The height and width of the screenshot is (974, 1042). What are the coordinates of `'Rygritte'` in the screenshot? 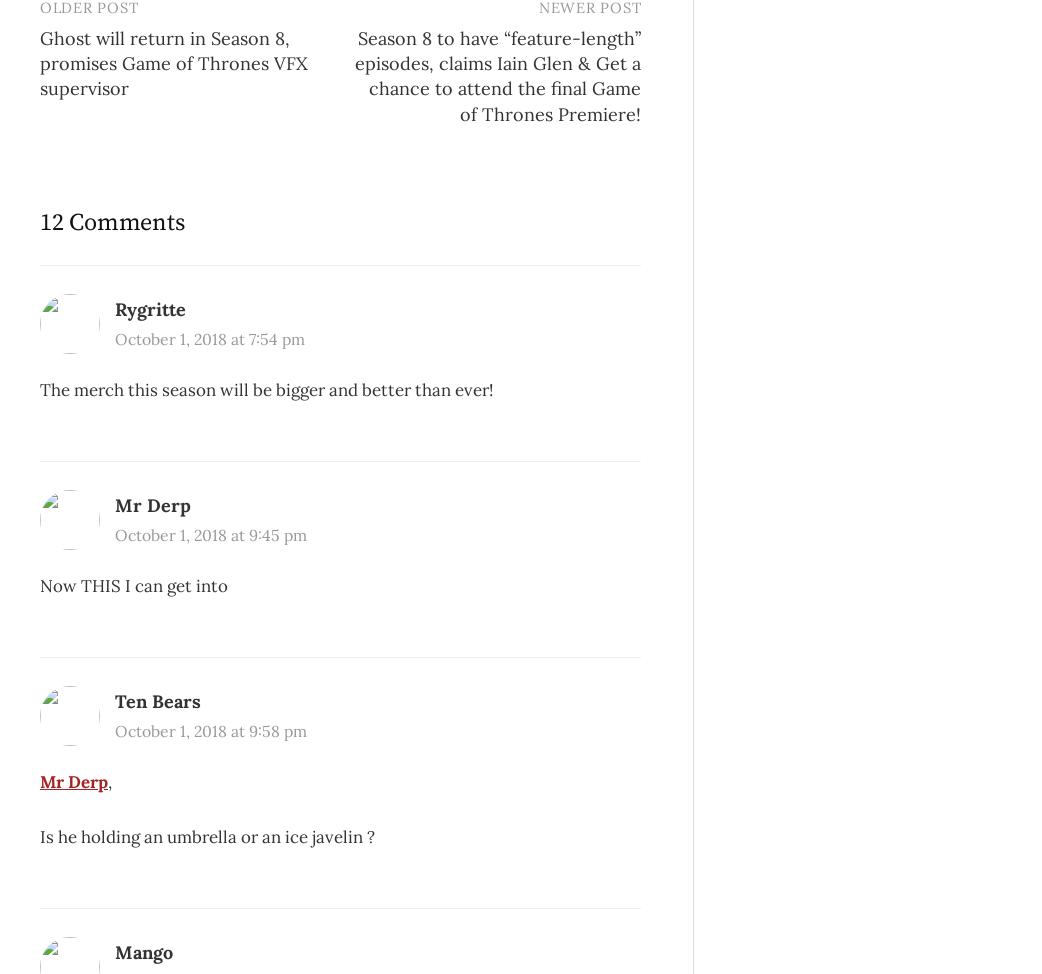 It's located at (150, 308).